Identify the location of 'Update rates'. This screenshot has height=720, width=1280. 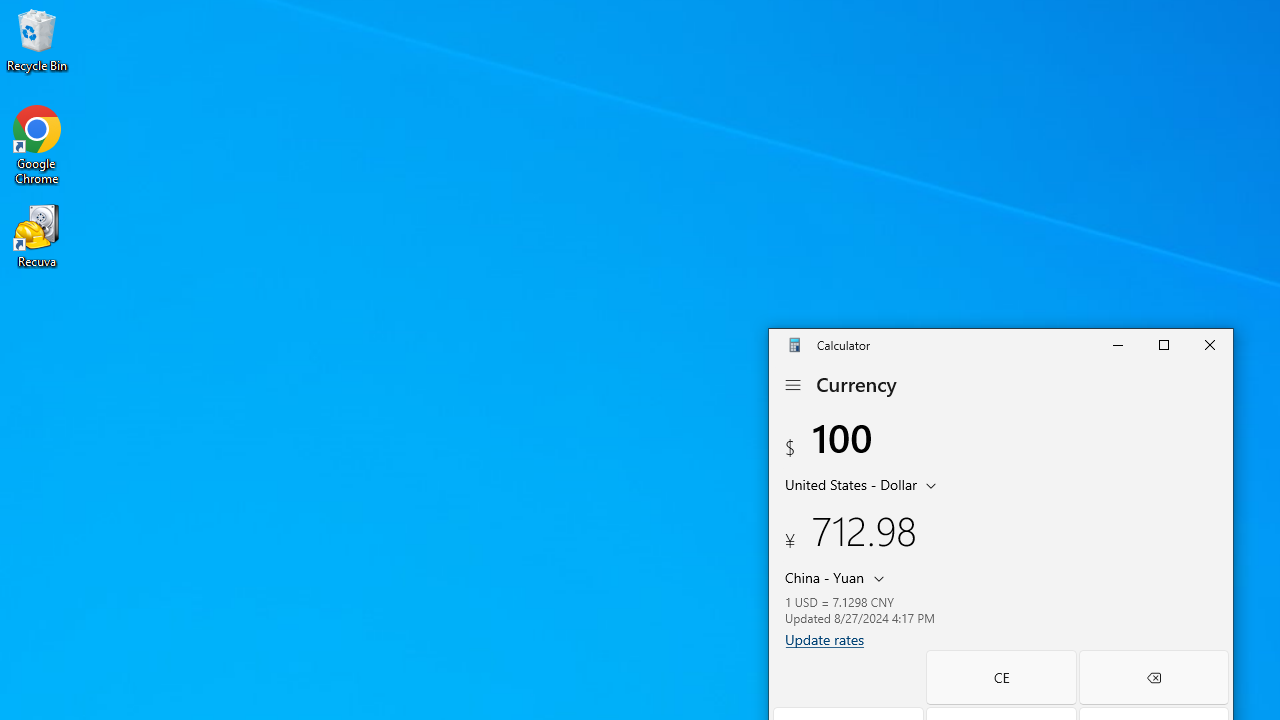
(824, 639).